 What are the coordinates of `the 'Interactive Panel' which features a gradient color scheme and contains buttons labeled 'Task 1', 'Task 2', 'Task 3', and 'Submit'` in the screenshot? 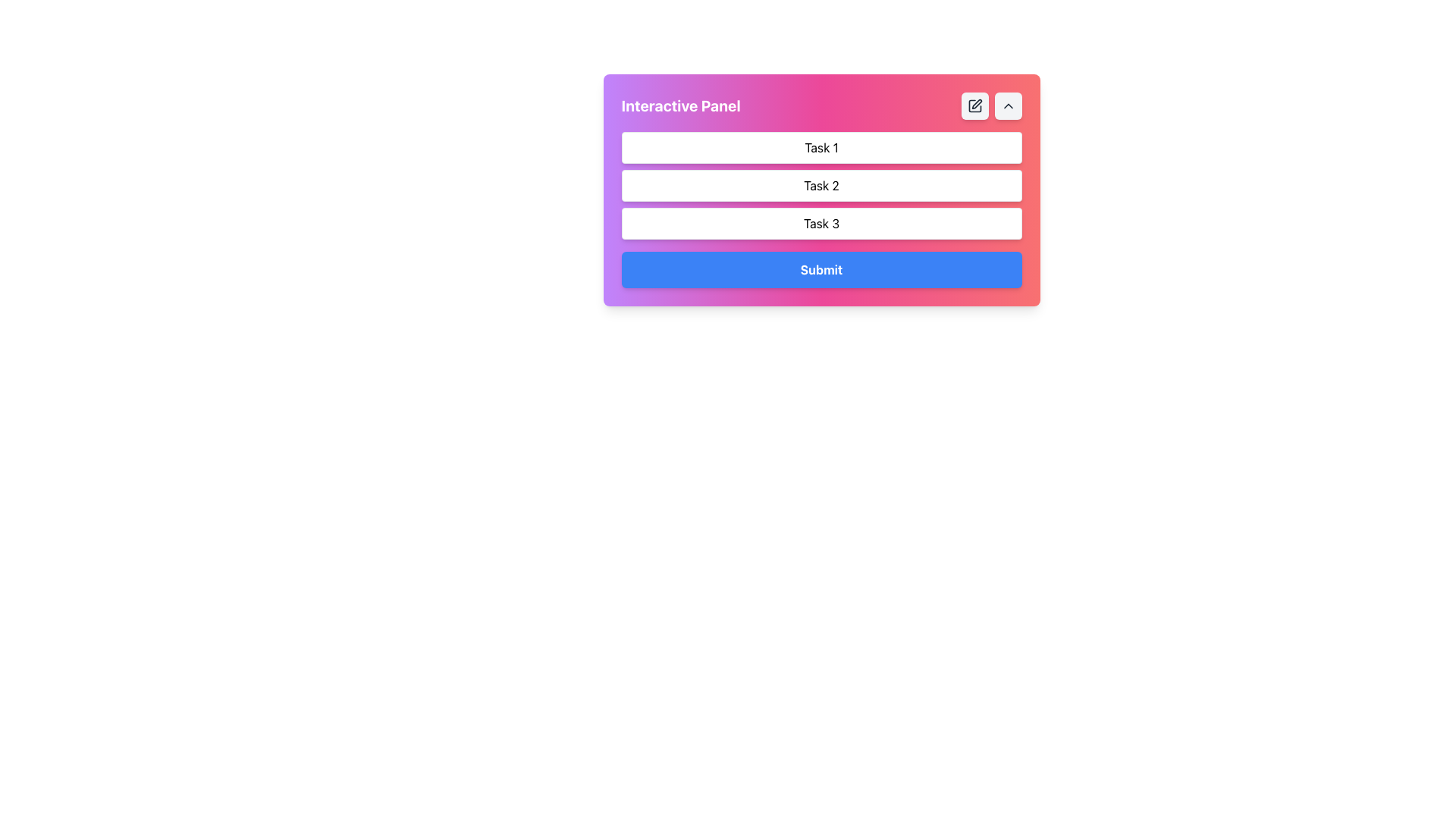 It's located at (821, 189).